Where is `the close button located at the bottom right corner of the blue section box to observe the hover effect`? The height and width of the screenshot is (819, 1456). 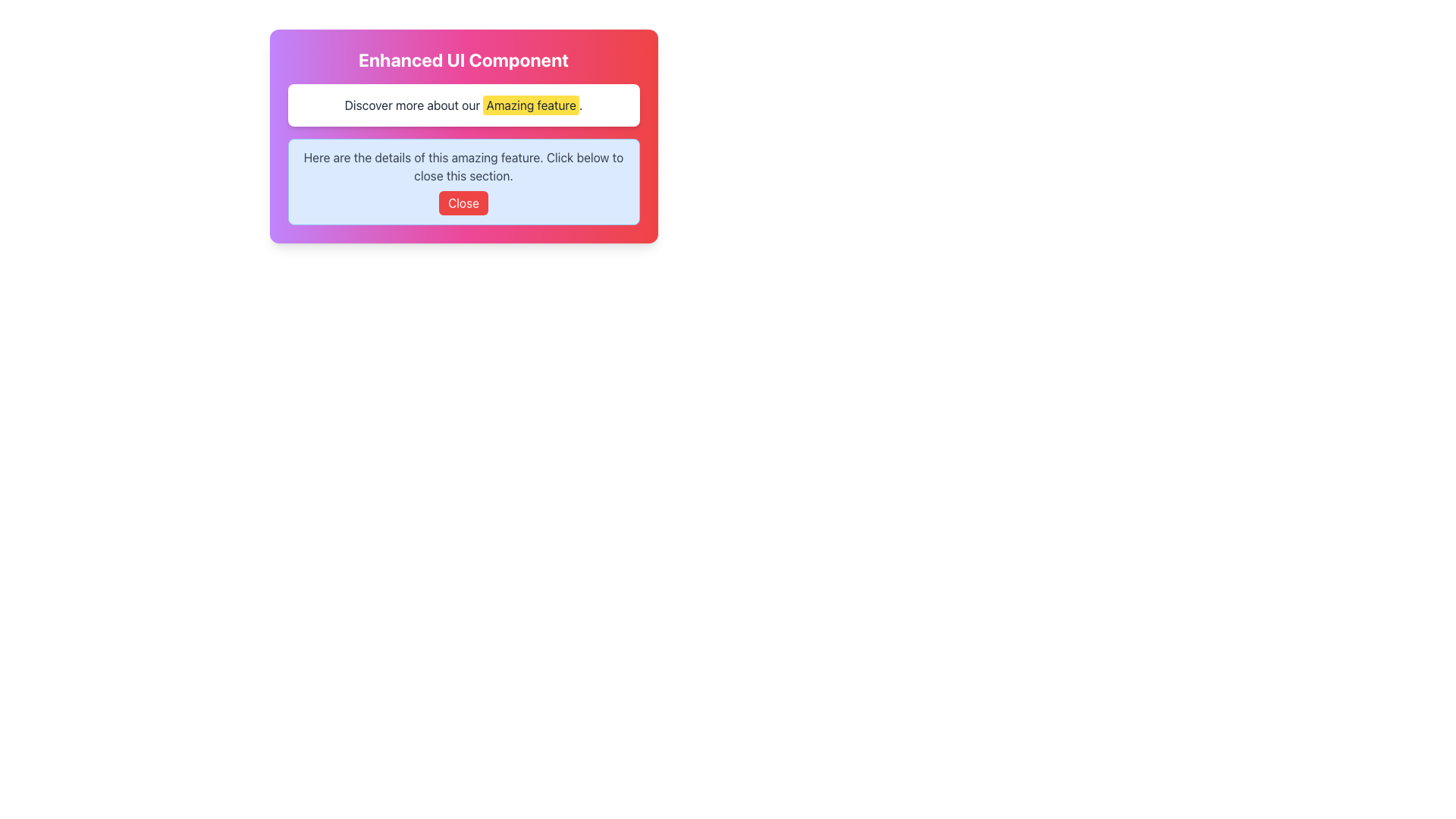 the close button located at the bottom right corner of the blue section box to observe the hover effect is located at coordinates (463, 202).